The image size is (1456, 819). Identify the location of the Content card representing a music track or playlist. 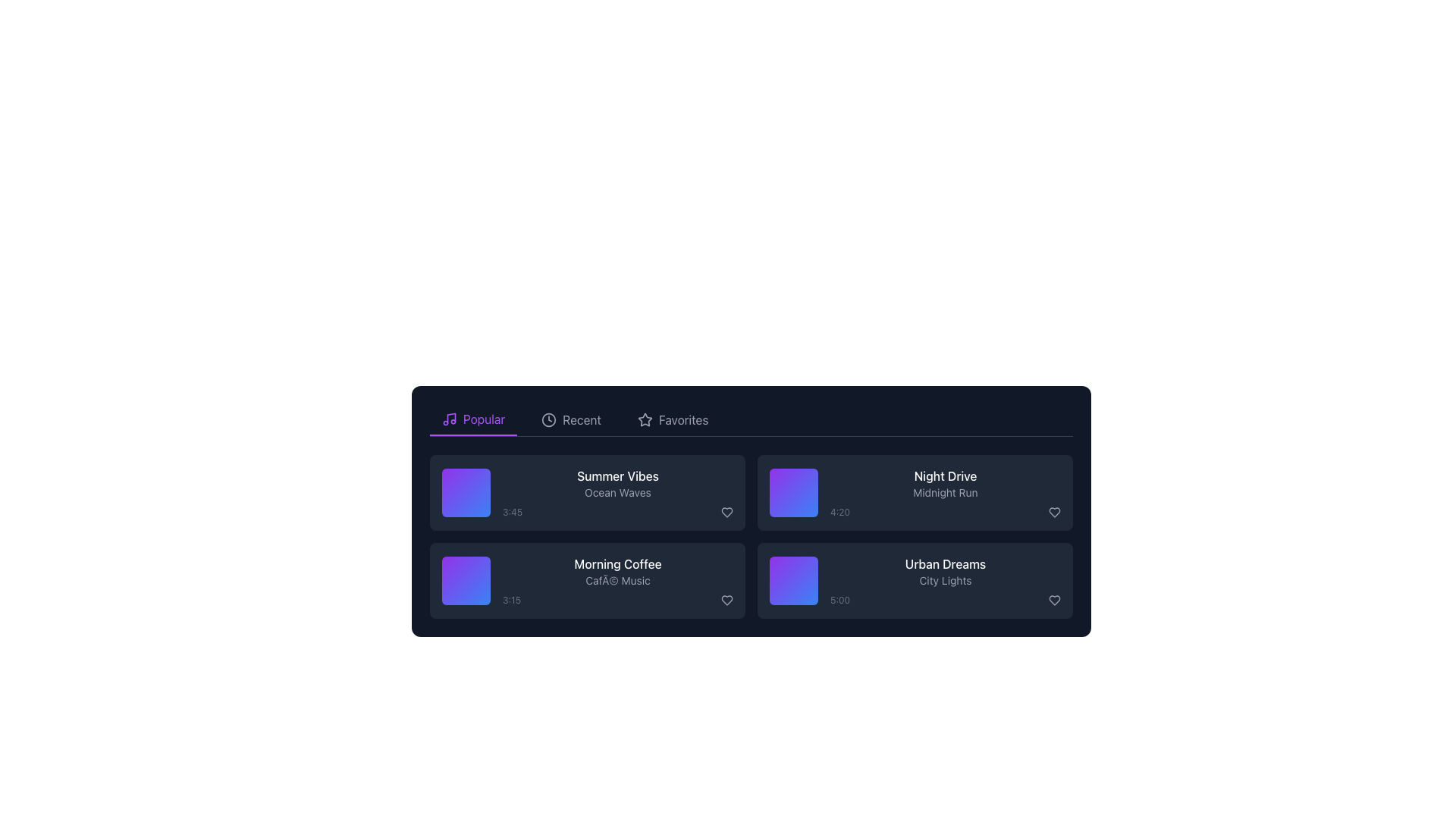
(586, 580).